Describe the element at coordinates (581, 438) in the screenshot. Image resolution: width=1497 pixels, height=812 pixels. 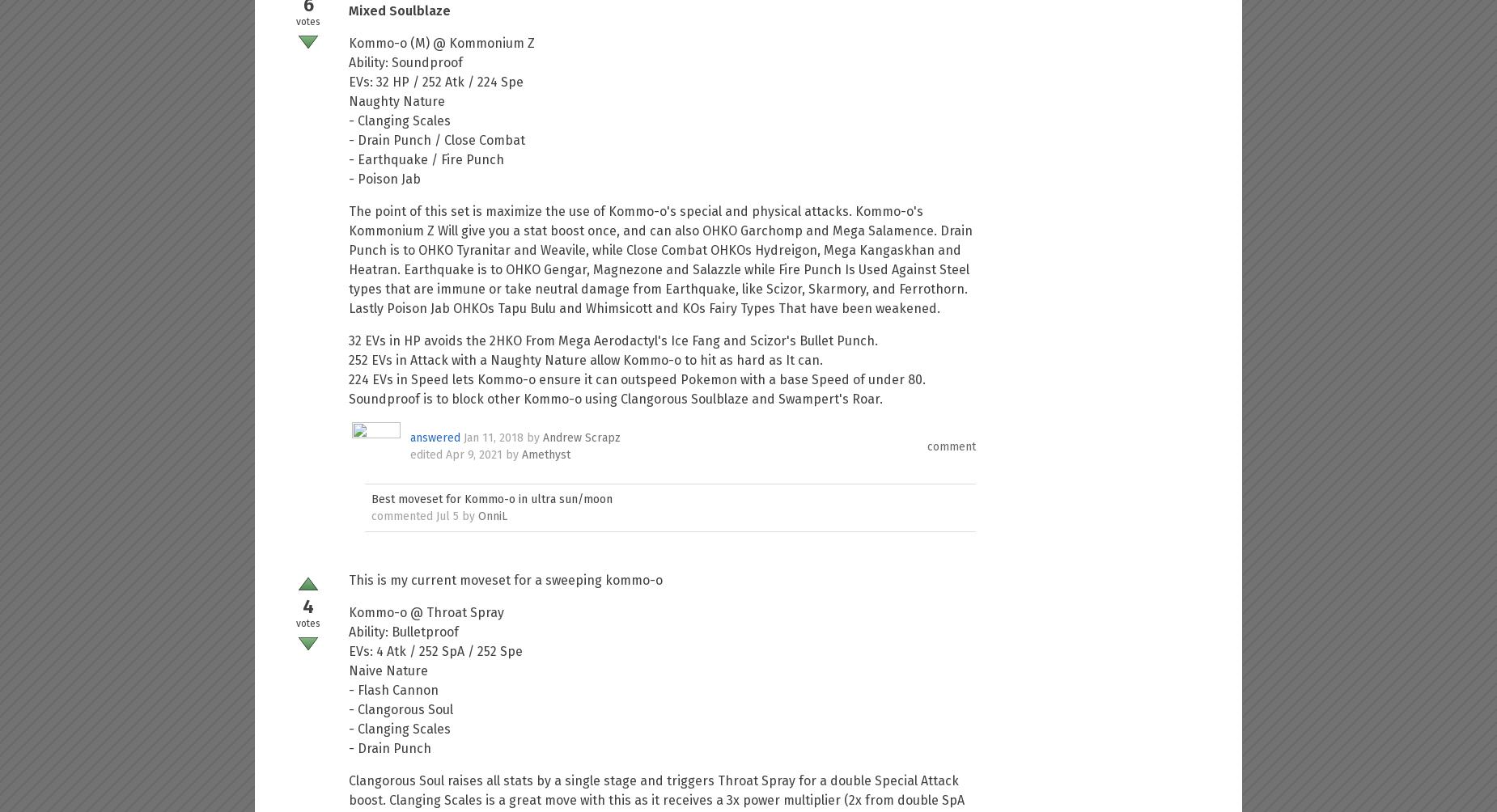
I see `'Andrew Scrapz'` at that location.